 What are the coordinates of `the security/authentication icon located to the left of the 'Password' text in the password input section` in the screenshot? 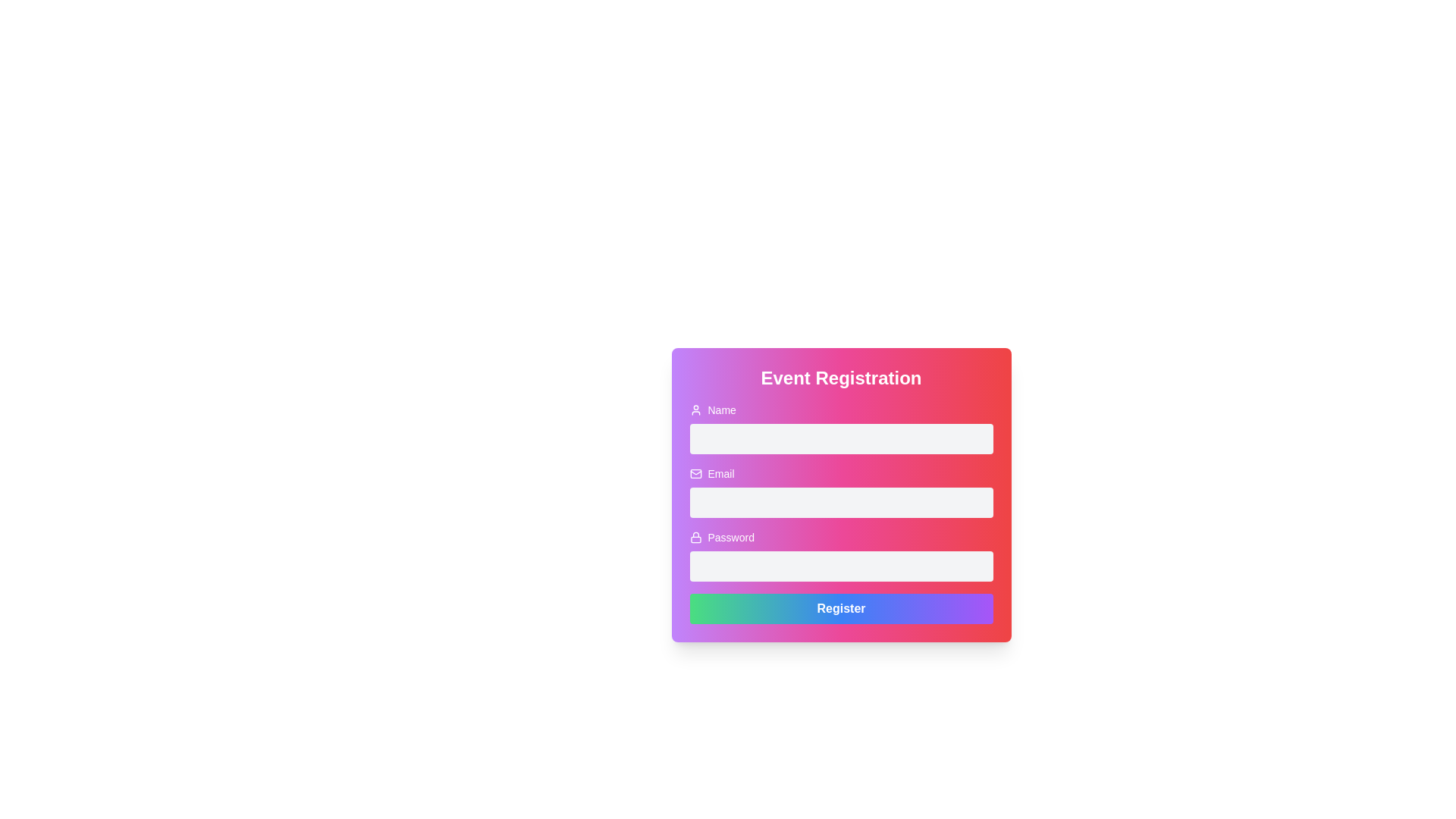 It's located at (695, 537).